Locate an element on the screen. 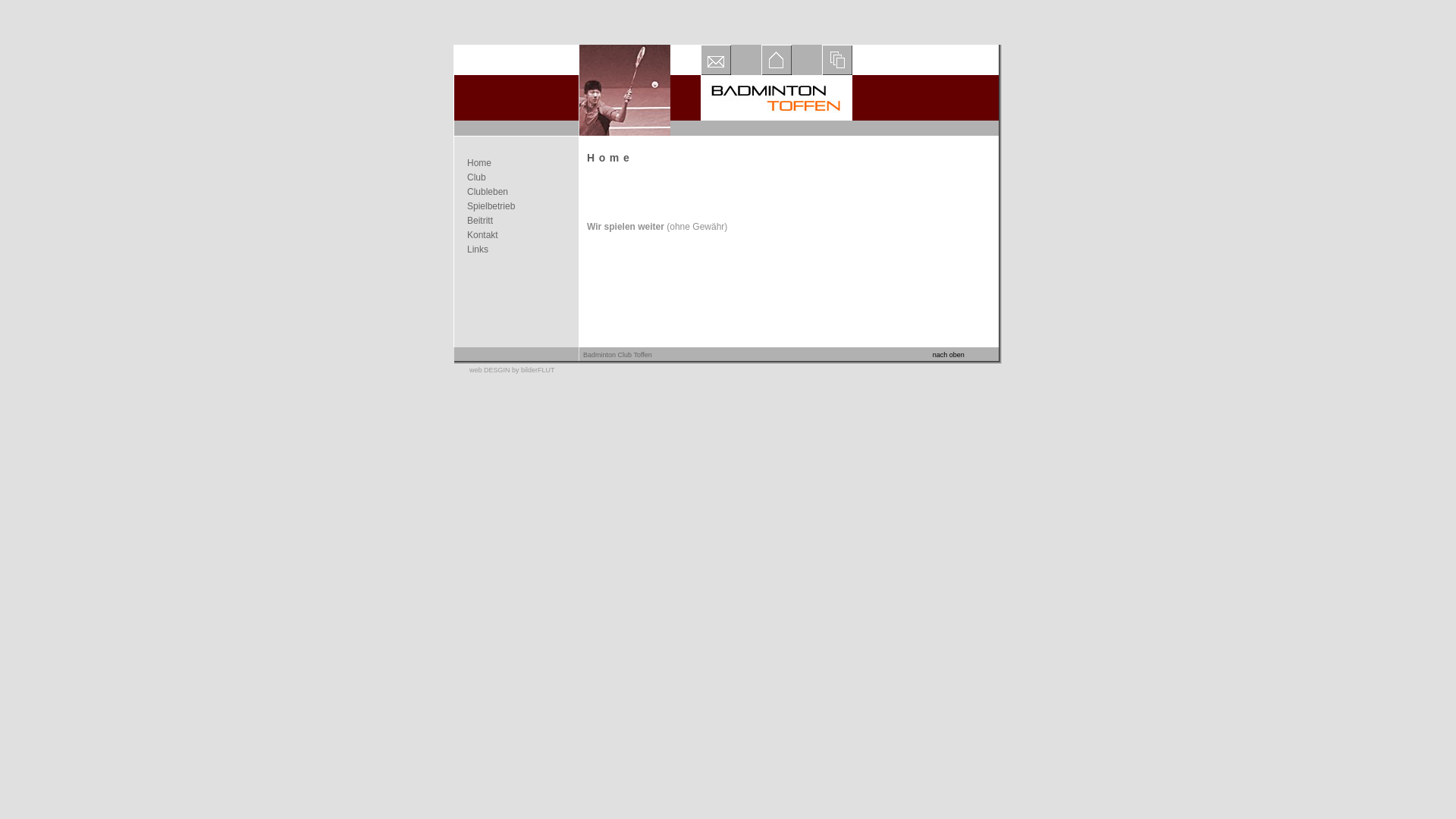 This screenshot has height=819, width=1456. 'Kontakt' is located at coordinates (516, 234).